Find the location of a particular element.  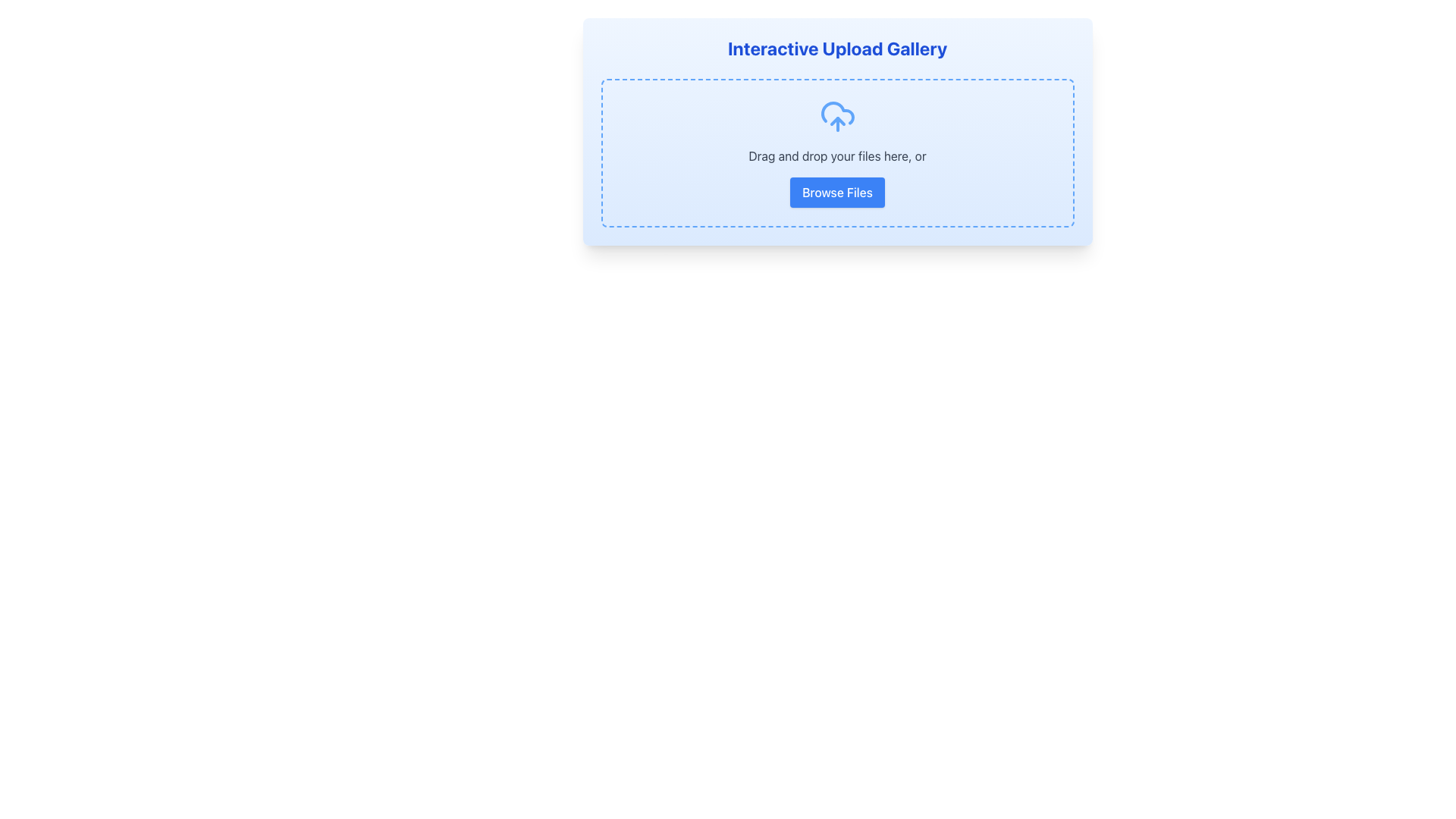

the blue cloud graphical element that indicates uploading, which is part of the upload interface is located at coordinates (836, 112).